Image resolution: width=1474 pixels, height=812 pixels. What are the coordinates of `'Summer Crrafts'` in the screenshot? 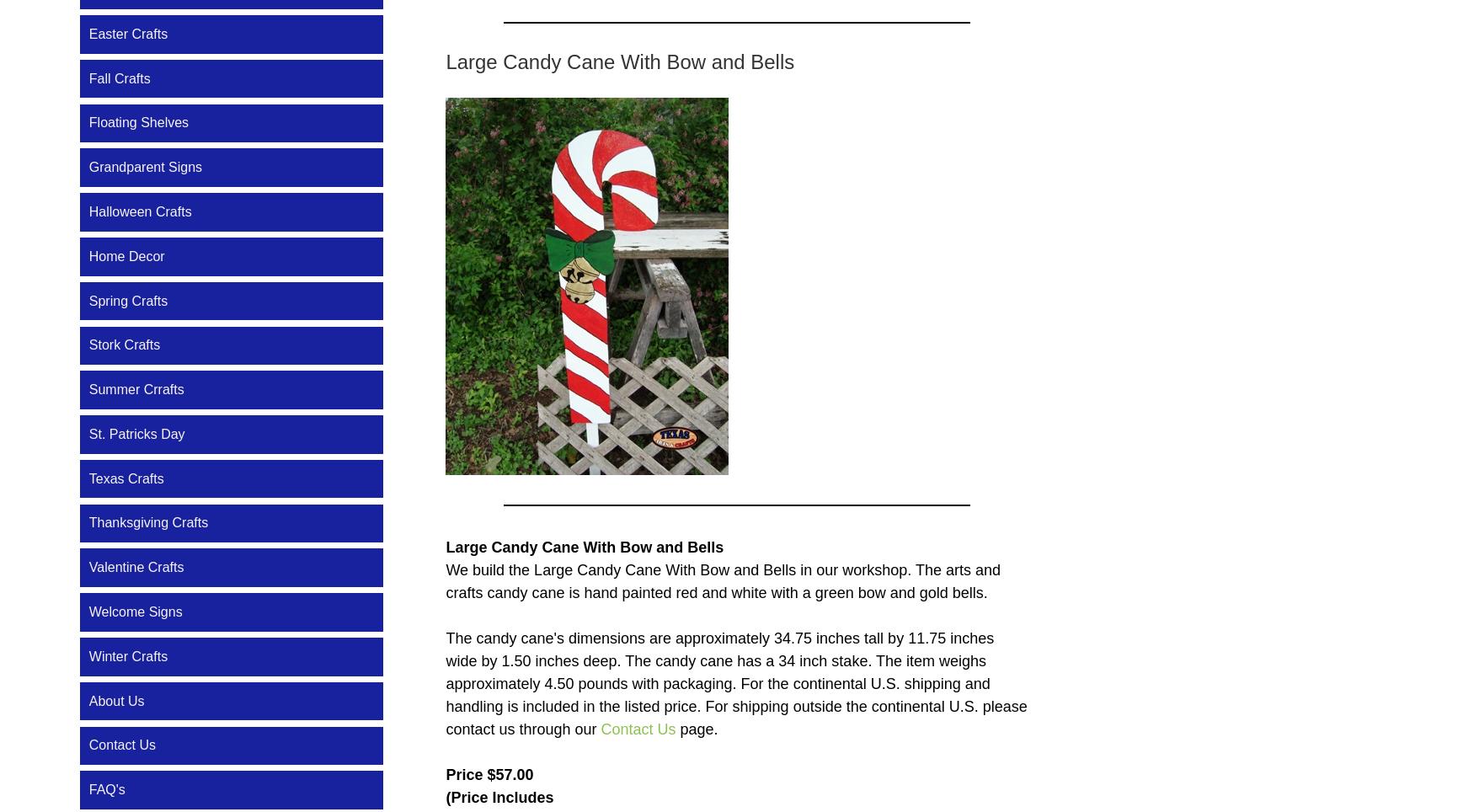 It's located at (135, 389).